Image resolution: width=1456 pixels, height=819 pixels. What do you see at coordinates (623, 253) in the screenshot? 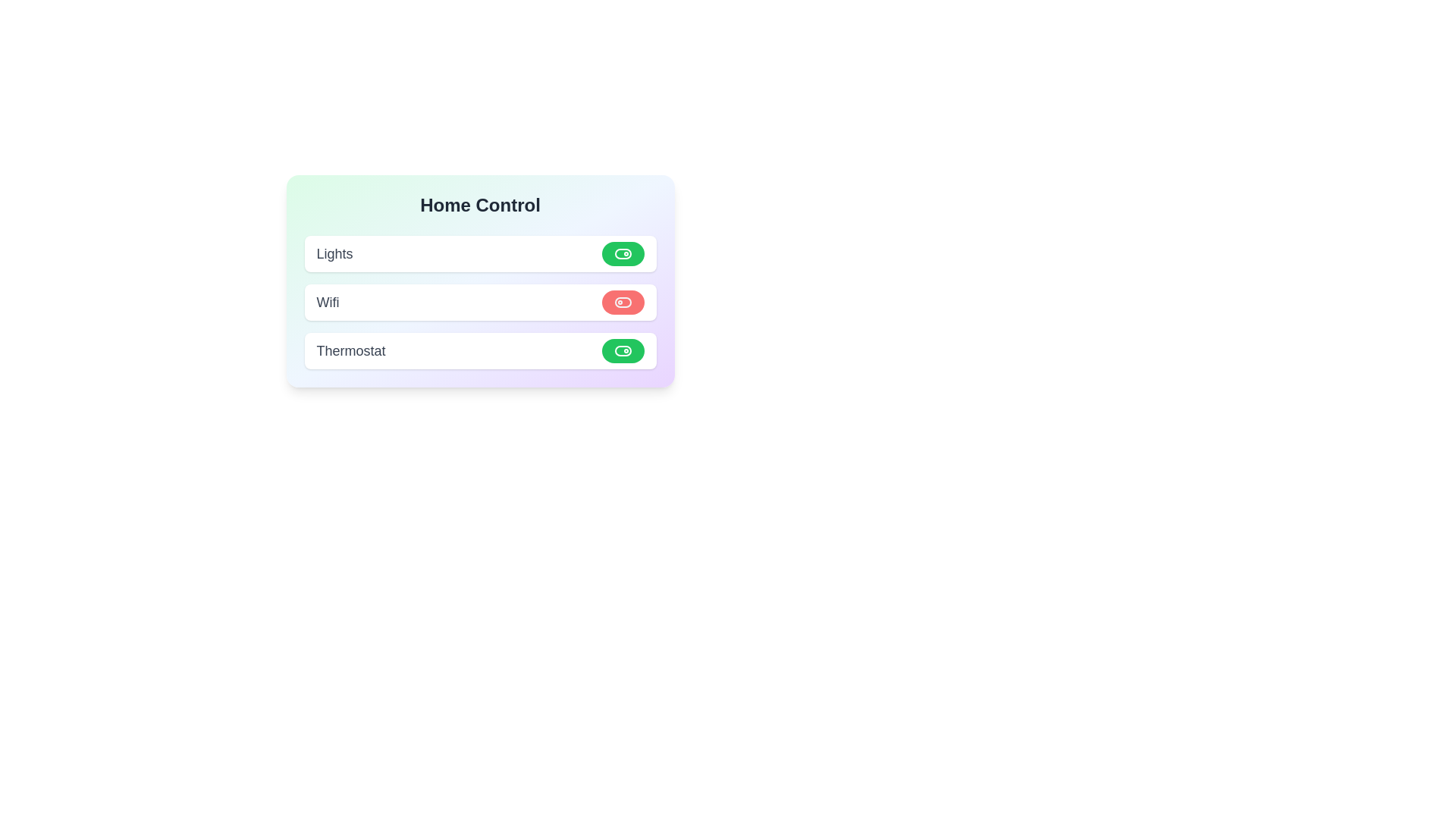
I see `the toggle switch icon with a green background located on the right side of the 'Lights' row within the 'Home Control' card to change its state` at bounding box center [623, 253].